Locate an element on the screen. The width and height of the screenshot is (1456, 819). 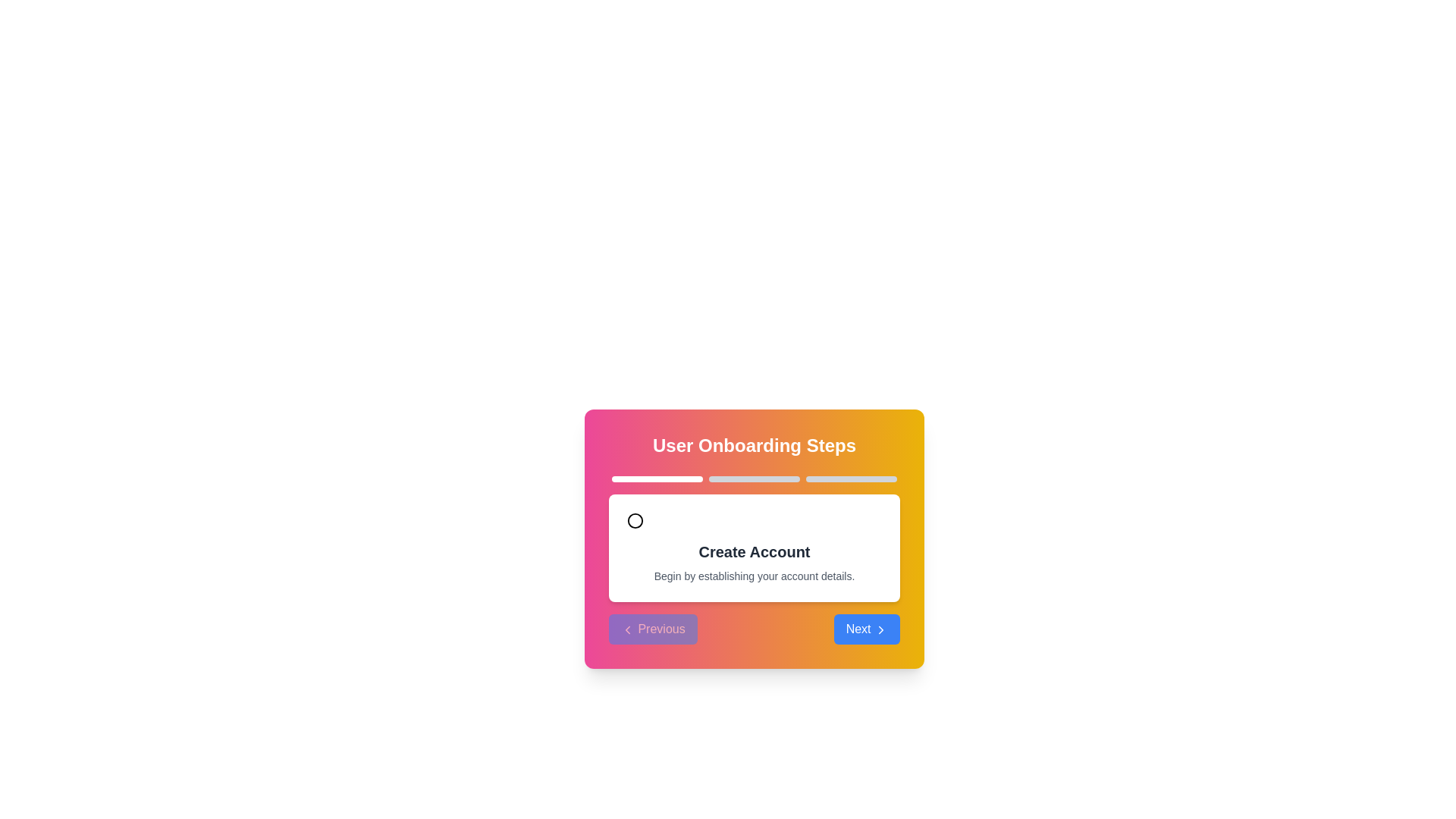
the third progress indicator bar in the onboarding process, located near the top-right of the modal, just below the heading 'User Onboarding Steps' is located at coordinates (852, 479).